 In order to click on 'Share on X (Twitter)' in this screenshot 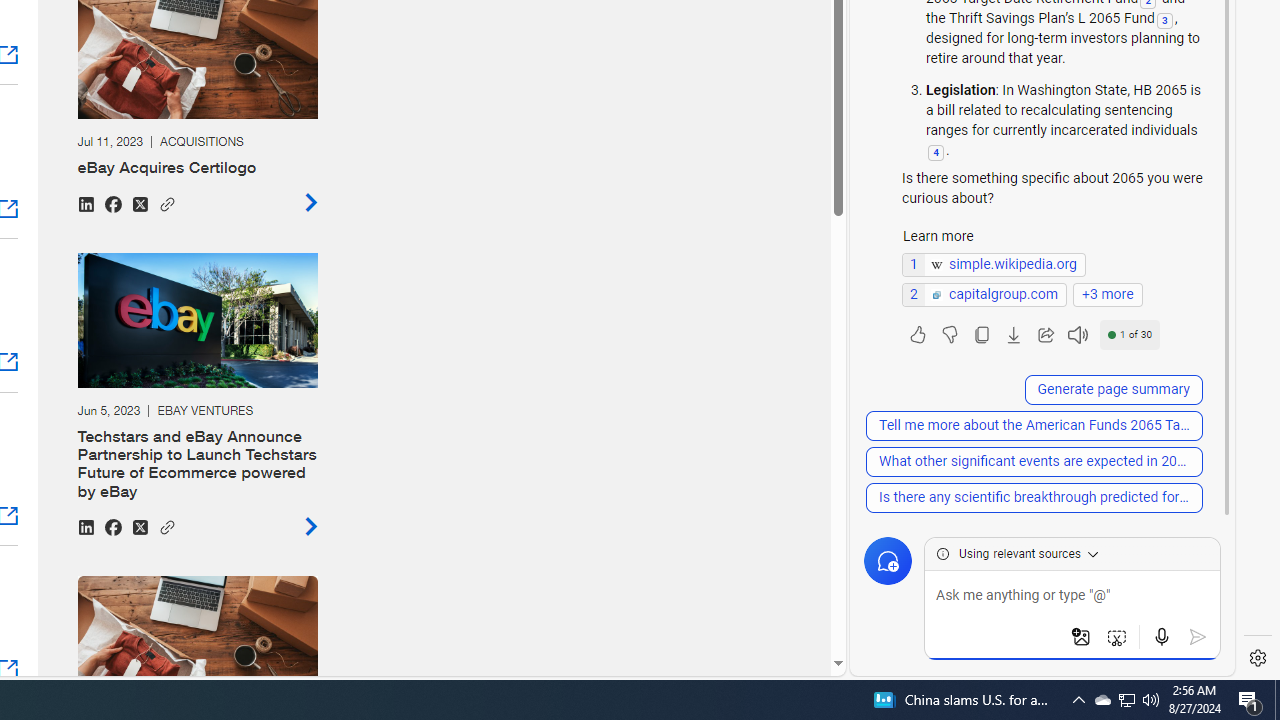, I will do `click(138, 525)`.